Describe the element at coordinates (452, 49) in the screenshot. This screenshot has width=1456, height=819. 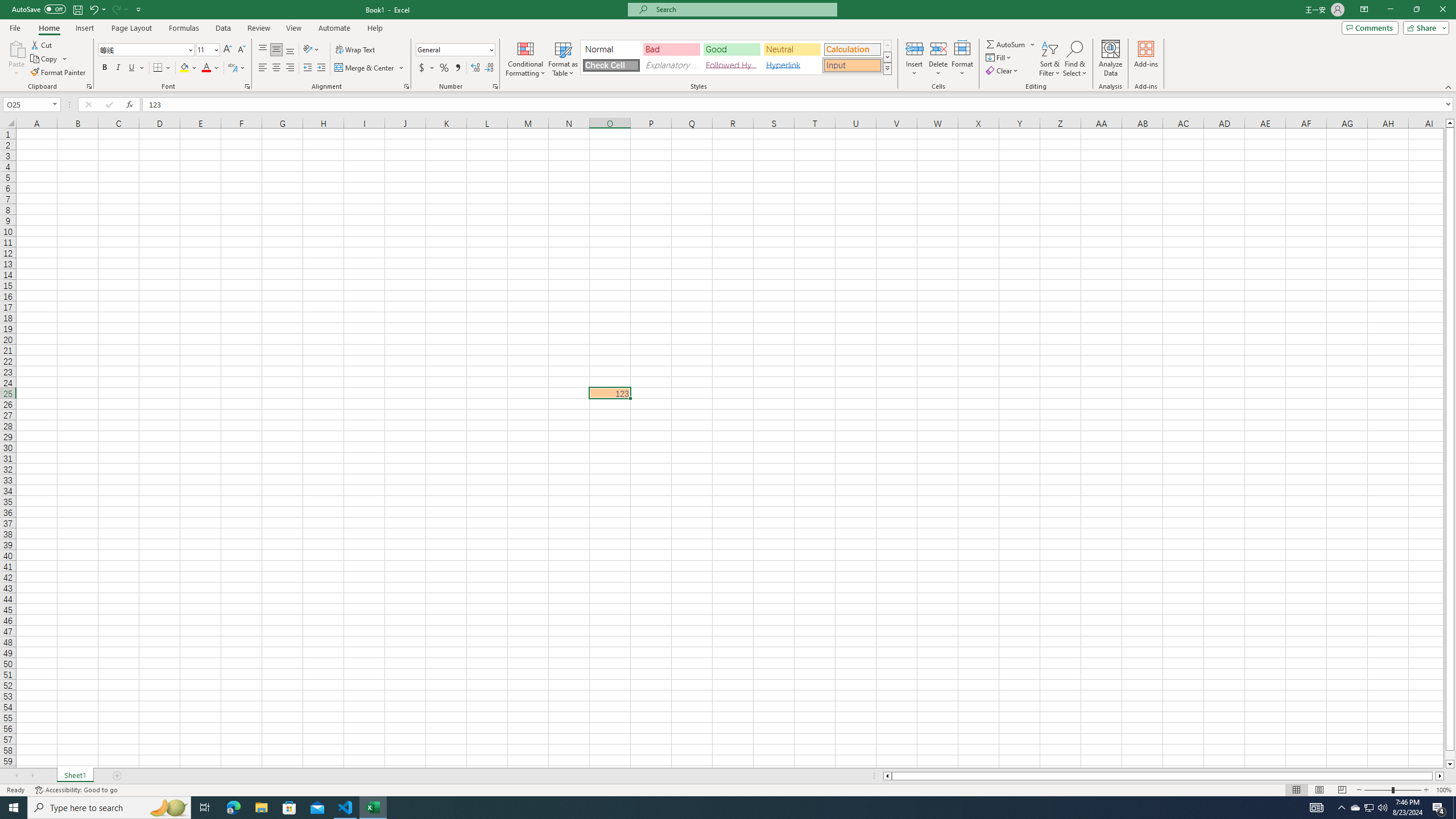
I see `'Number Format'` at that location.